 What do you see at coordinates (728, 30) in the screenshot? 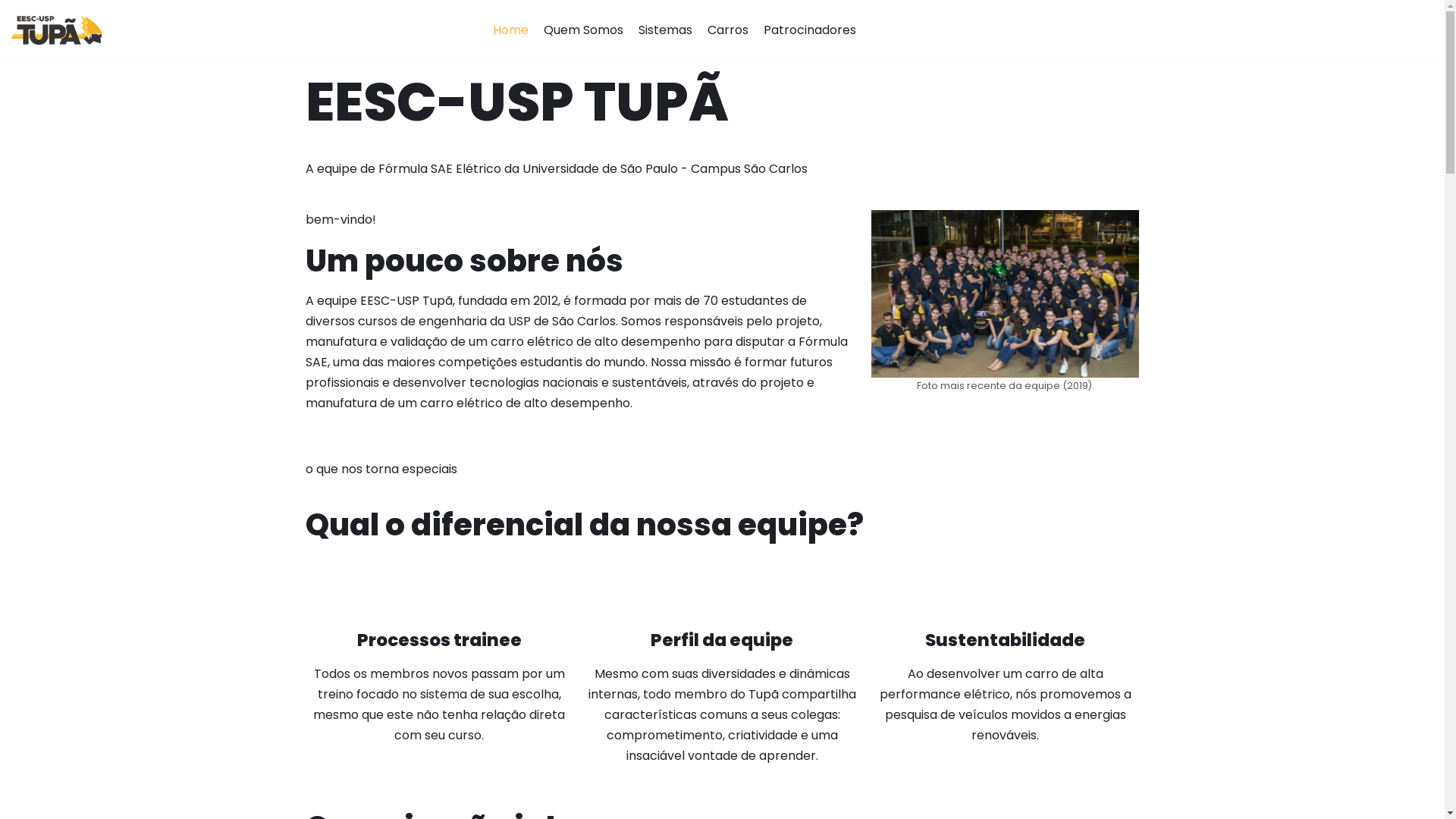
I see `'Carros'` at bounding box center [728, 30].